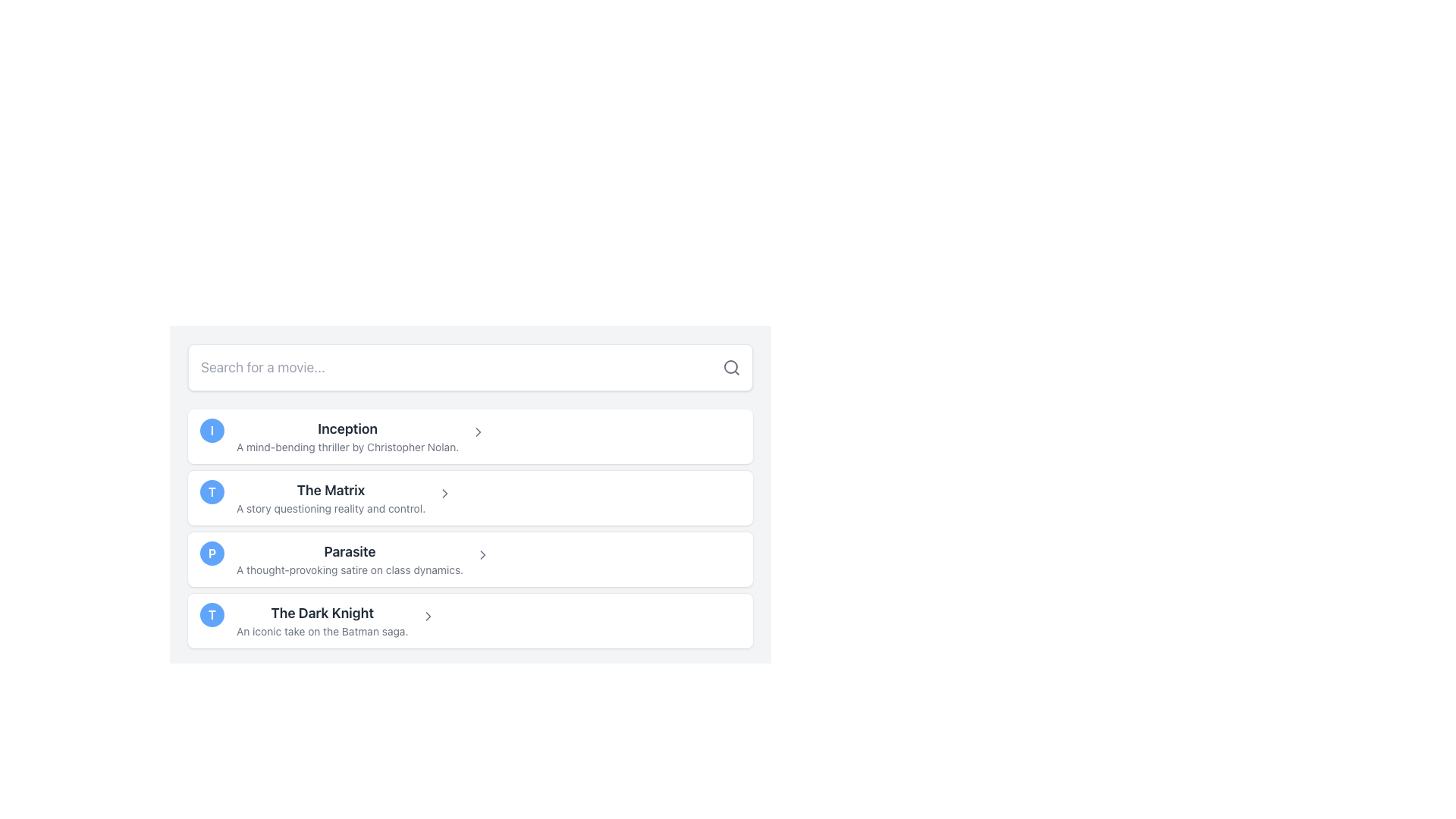 Image resolution: width=1456 pixels, height=819 pixels. What do you see at coordinates (731, 366) in the screenshot?
I see `the decorative circle of the search icon located at the top-right side of the interface above the list of movie entries` at bounding box center [731, 366].